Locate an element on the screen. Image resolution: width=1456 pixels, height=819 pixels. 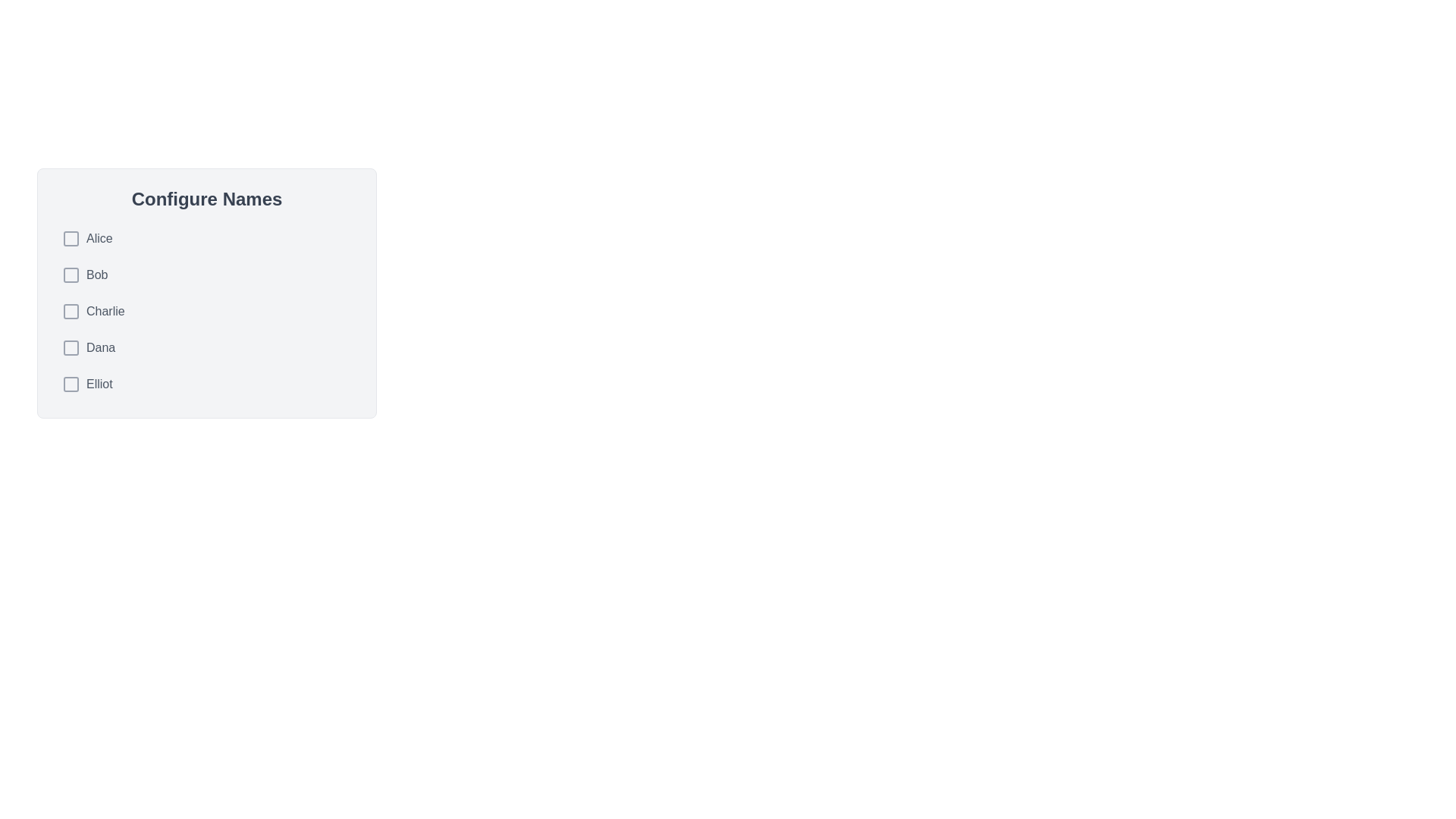
the checkbox labeled 'Bob' which is the second option under 'Configure Names' is located at coordinates (71, 275).